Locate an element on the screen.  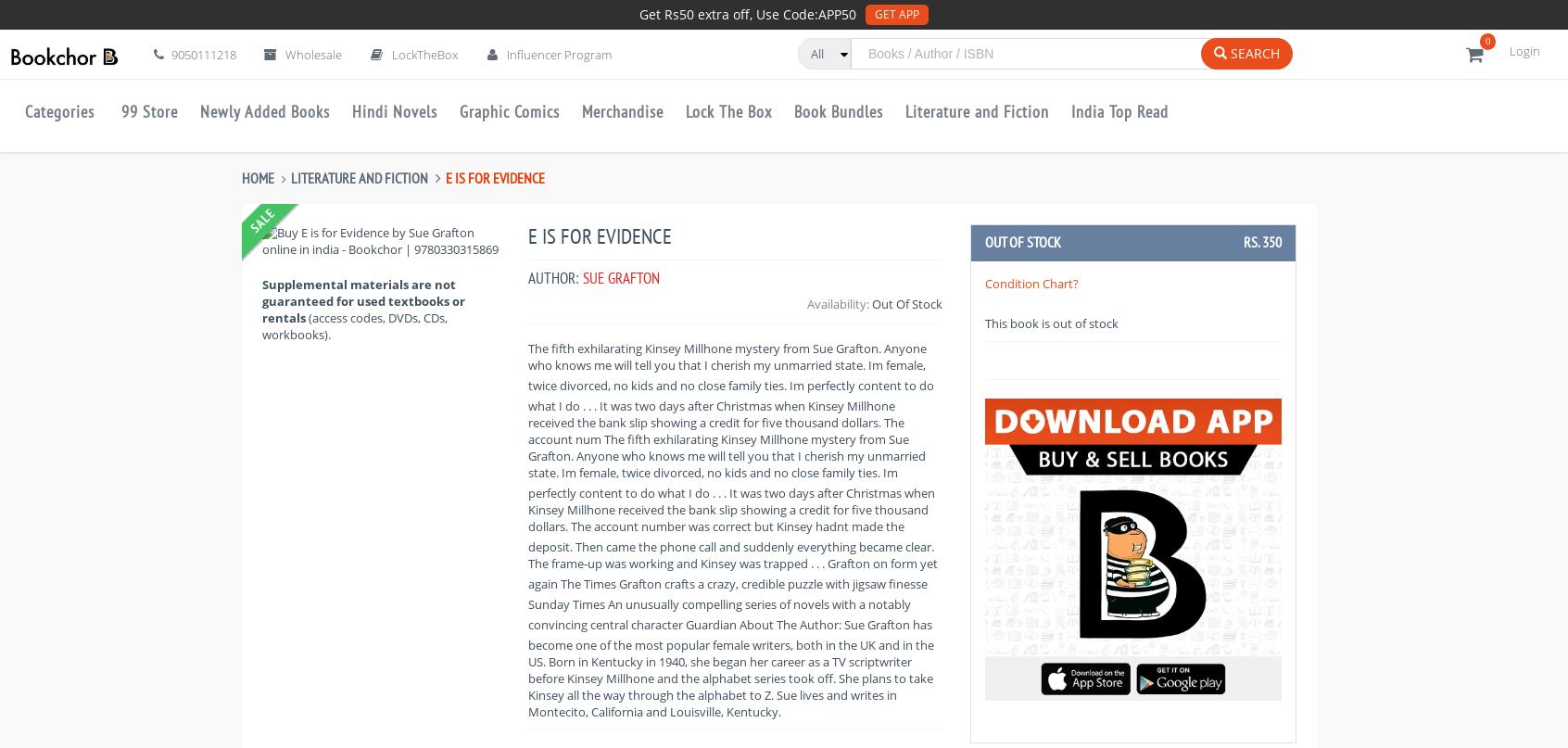
'India Top Read' is located at coordinates (1119, 110).